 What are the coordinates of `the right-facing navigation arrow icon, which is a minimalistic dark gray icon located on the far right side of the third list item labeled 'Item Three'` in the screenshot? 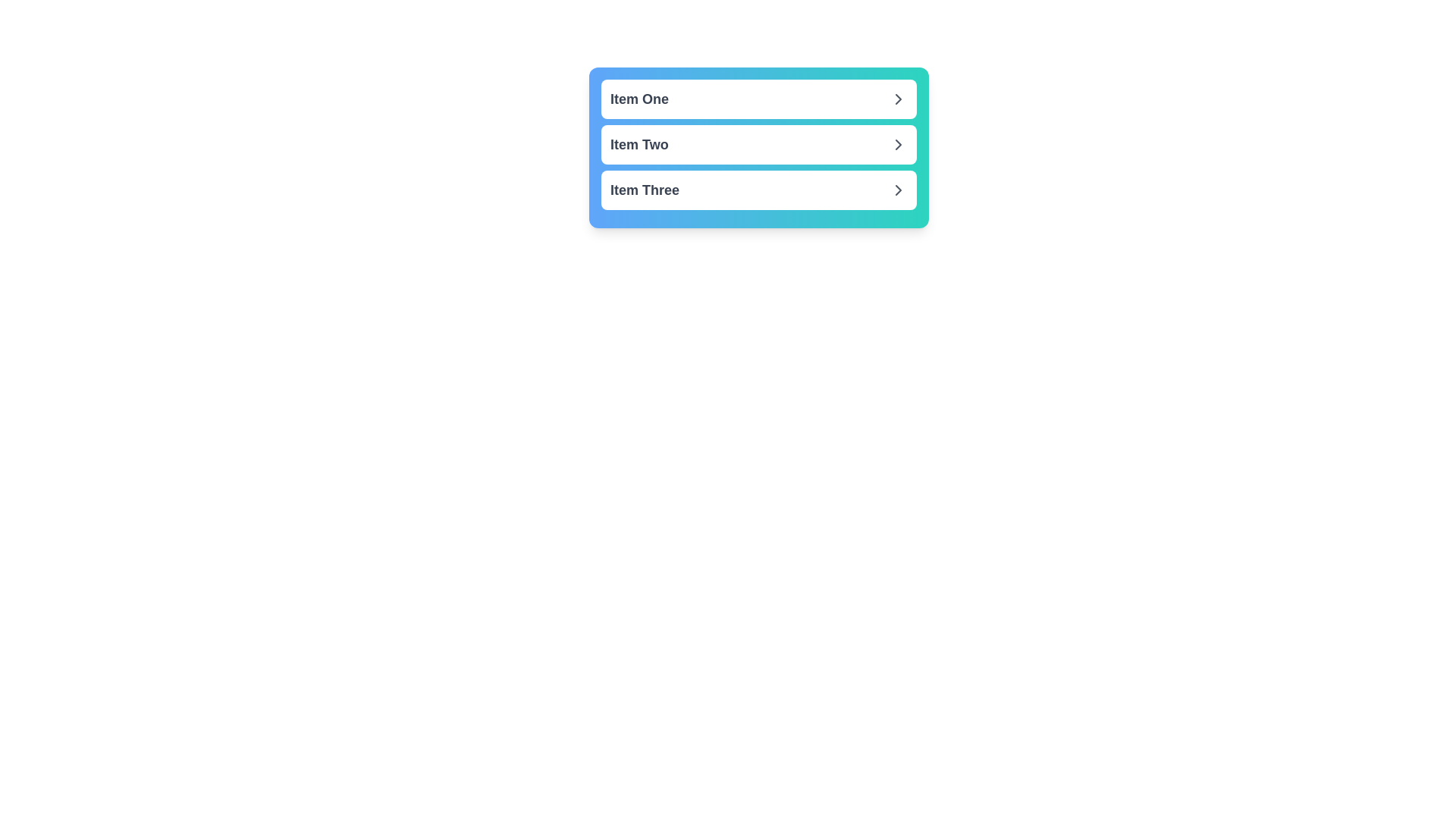 It's located at (899, 189).